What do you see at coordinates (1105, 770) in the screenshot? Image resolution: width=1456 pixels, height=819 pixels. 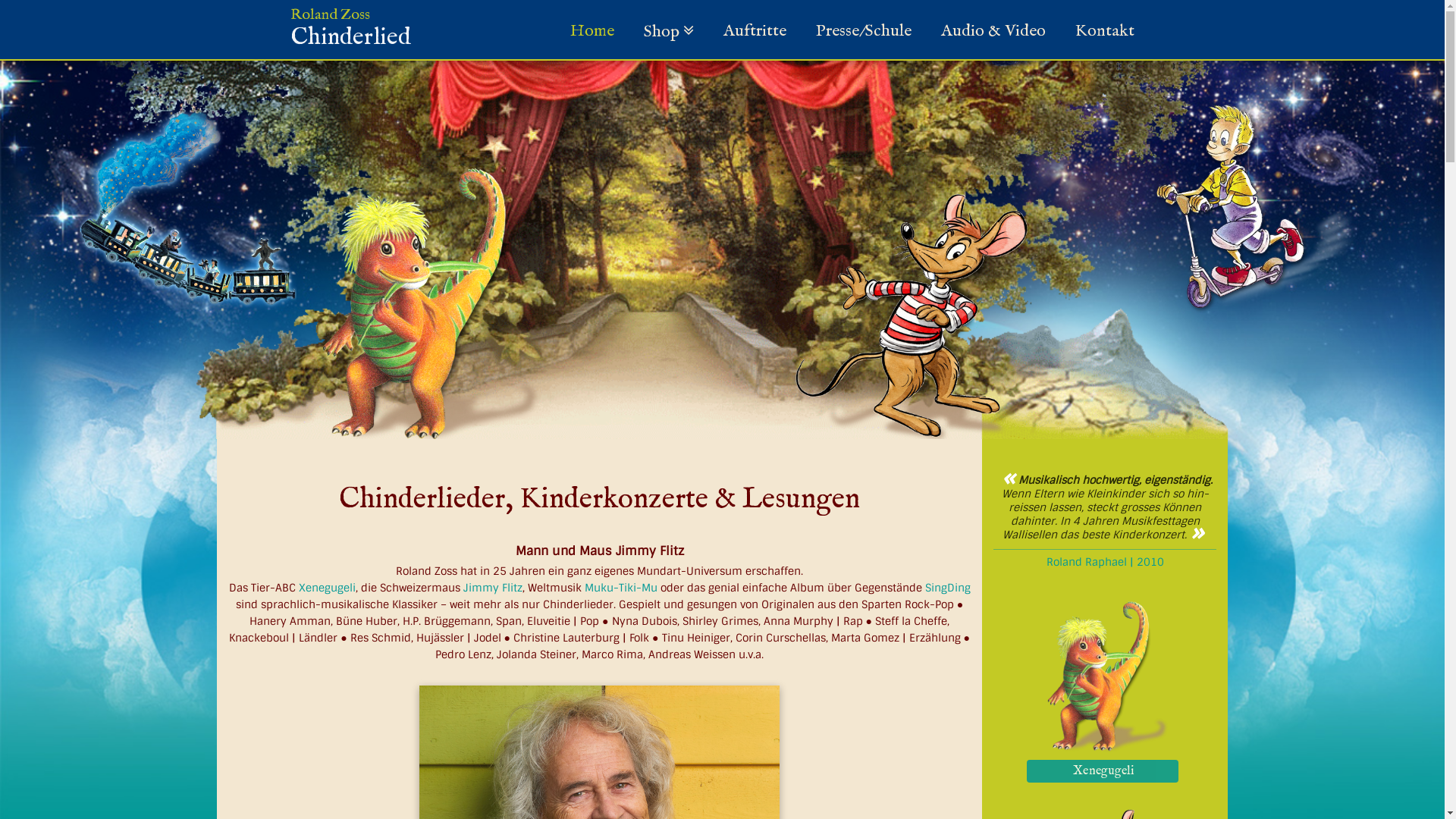 I see `'Xenegugeli'` at bounding box center [1105, 770].